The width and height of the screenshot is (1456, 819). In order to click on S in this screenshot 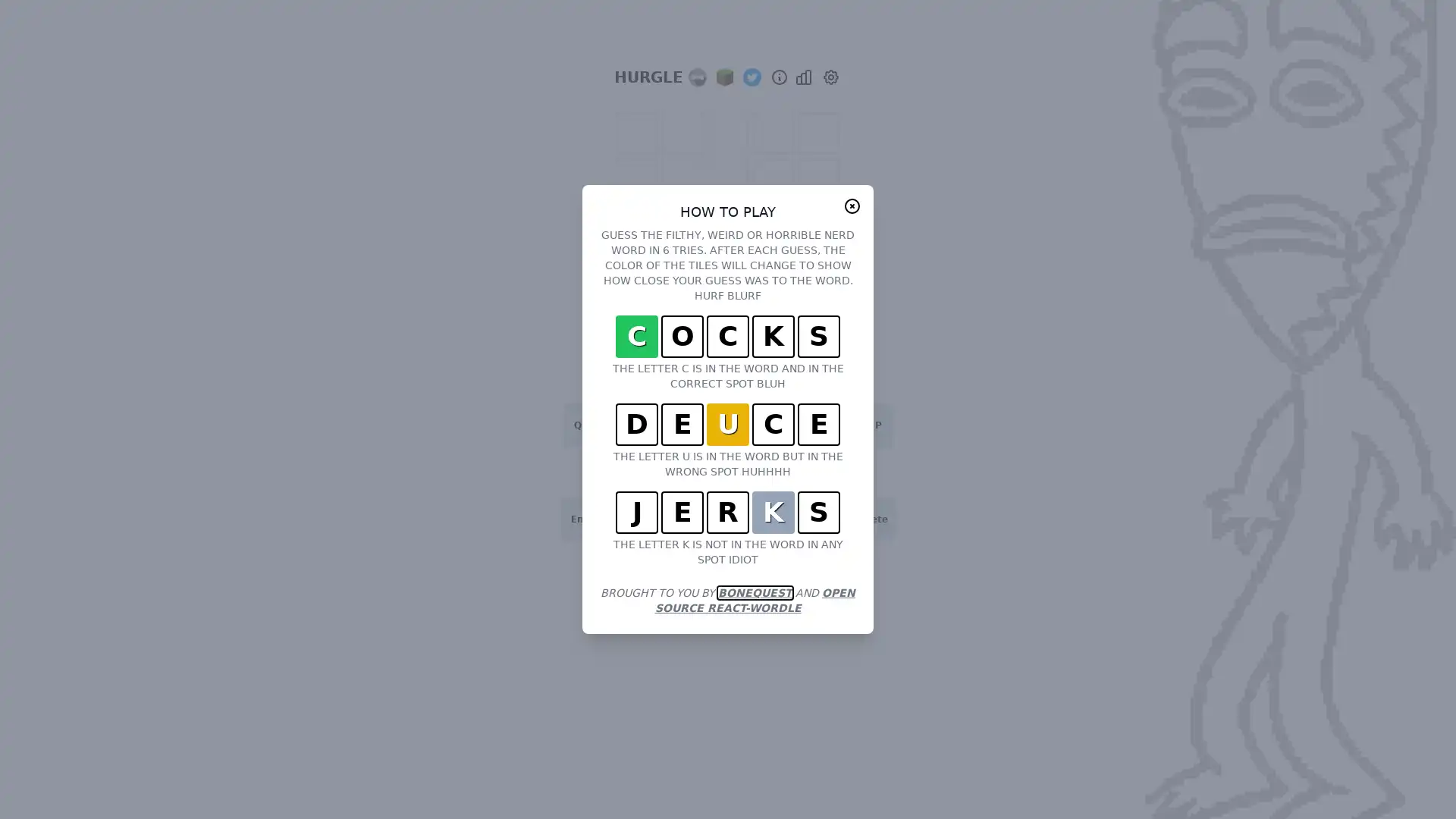, I will do `click(628, 472)`.